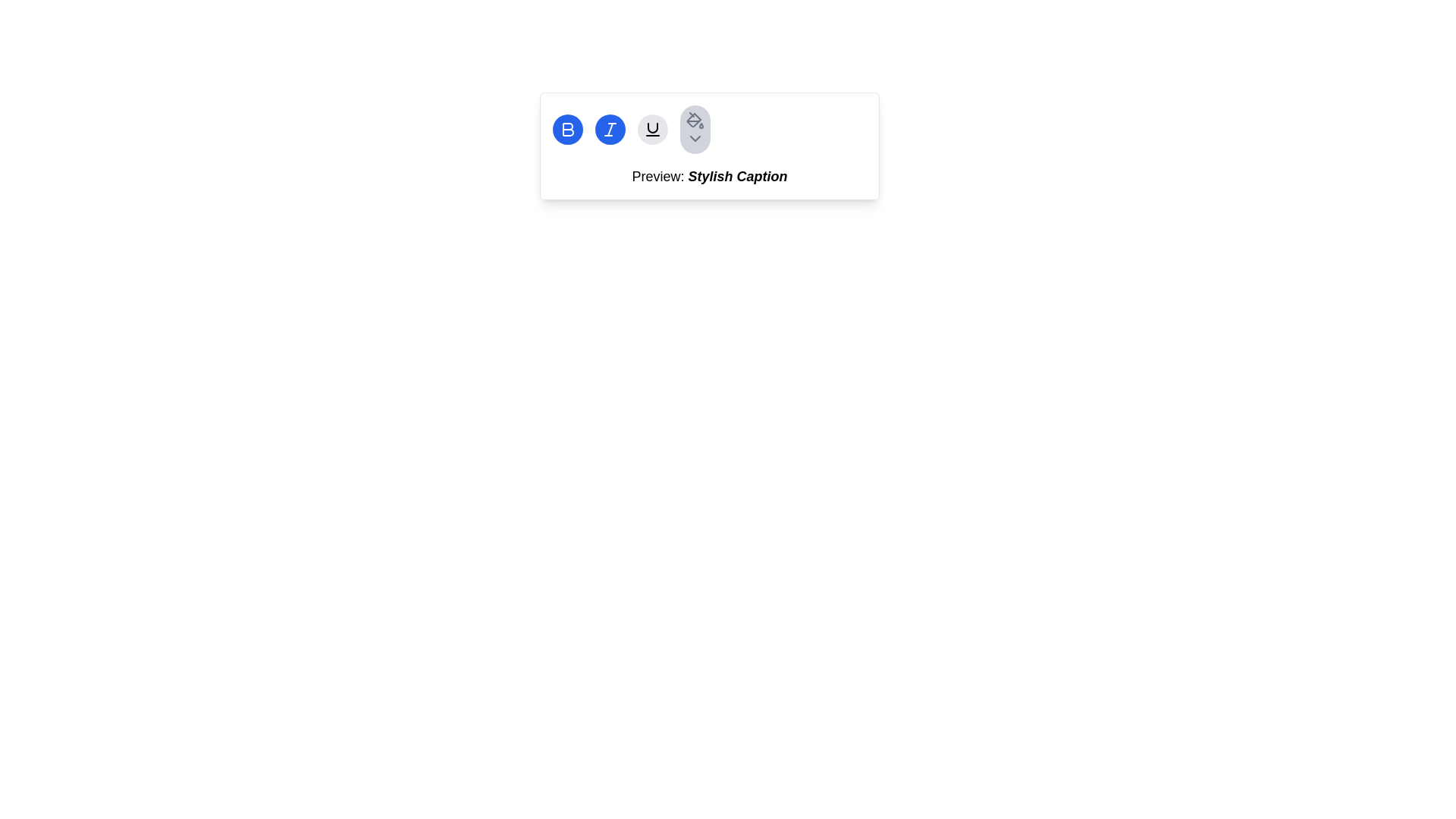  I want to click on the italicized 'I' icon button with a blue background, so click(610, 128).